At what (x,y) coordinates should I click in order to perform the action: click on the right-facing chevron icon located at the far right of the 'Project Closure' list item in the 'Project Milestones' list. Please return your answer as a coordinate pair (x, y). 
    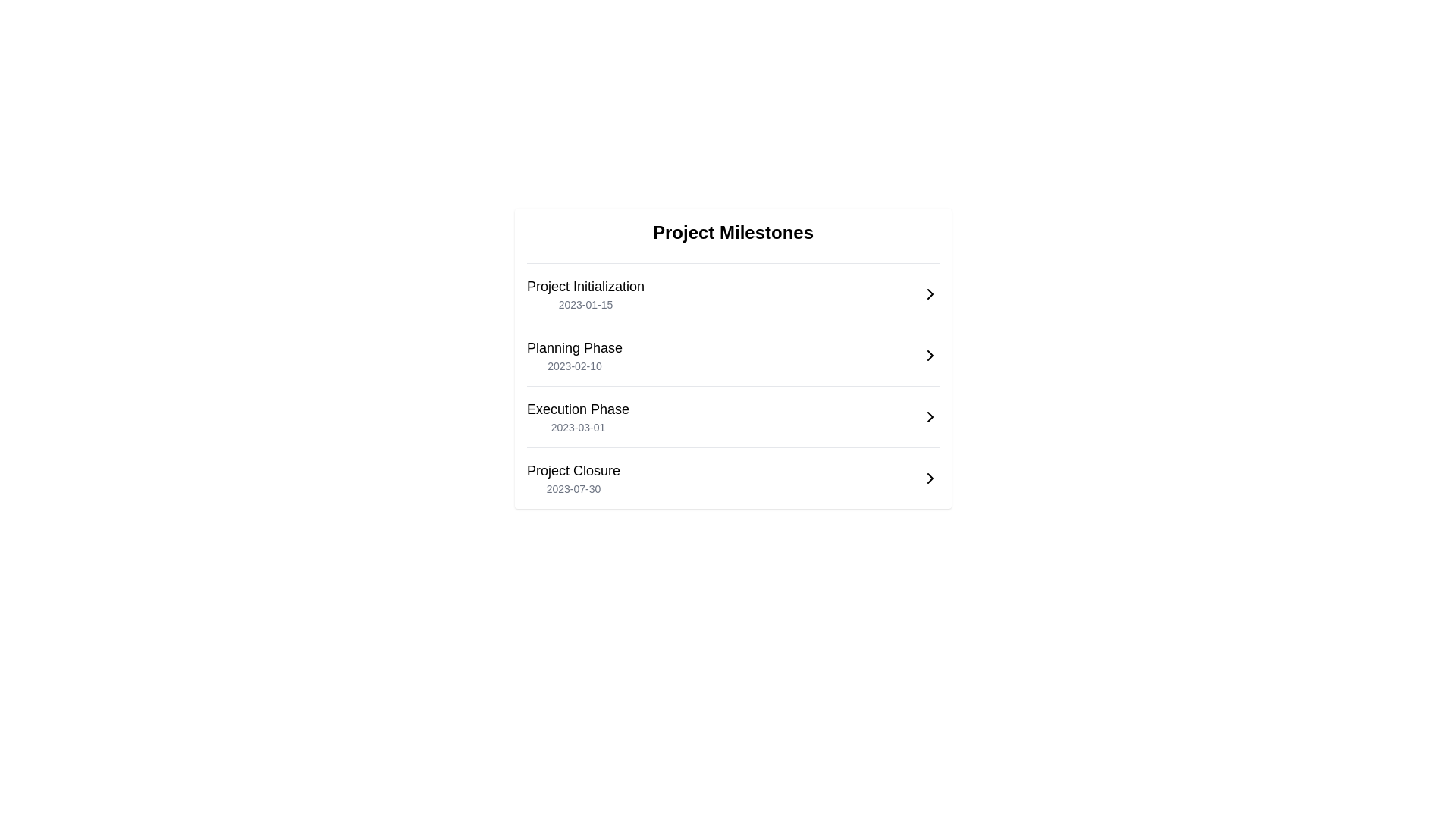
    Looking at the image, I should click on (930, 479).